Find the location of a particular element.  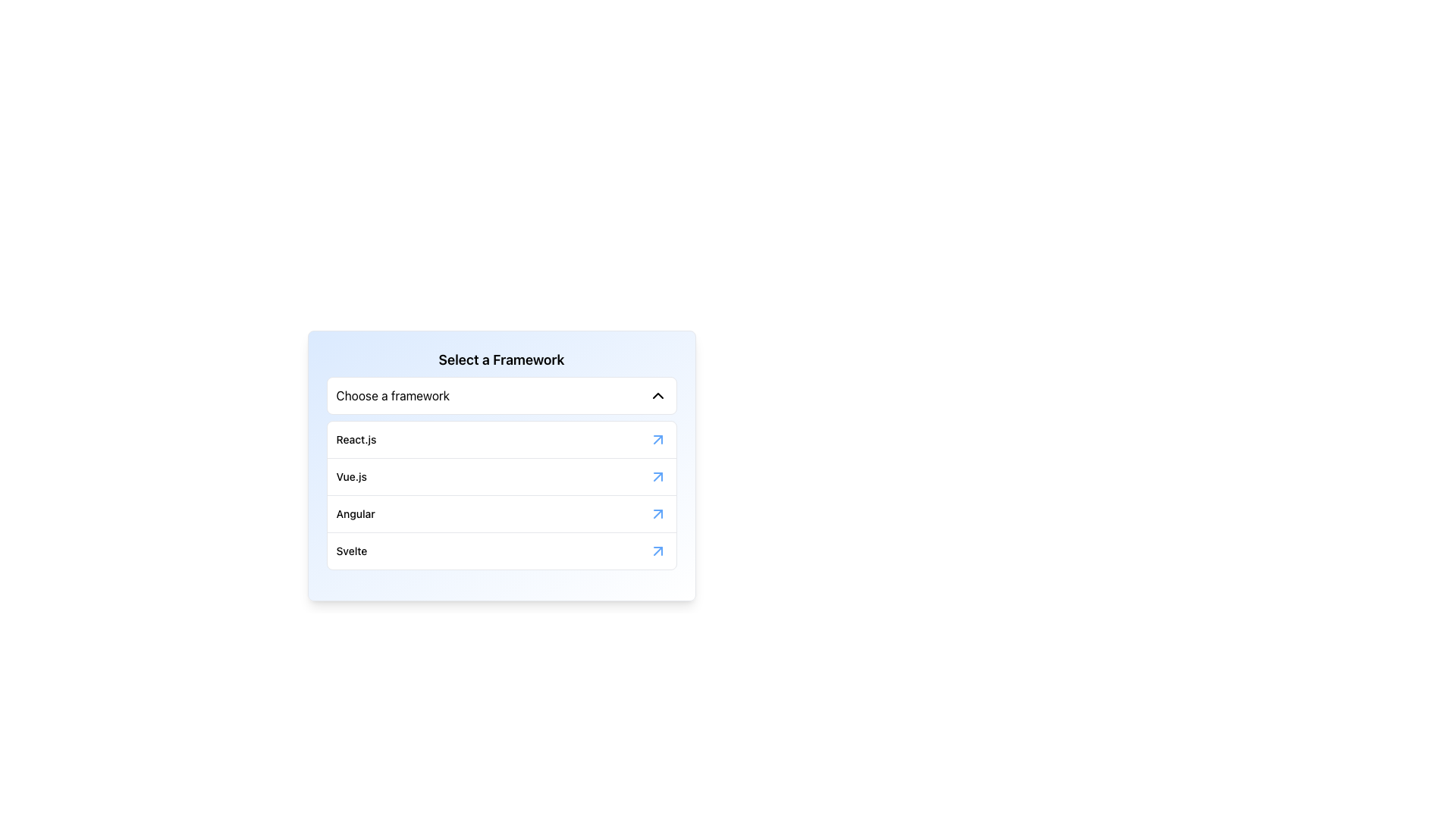

the 'Svelte' option in the selectable list within the dropdown menu labeled 'Select a Framework' is located at coordinates (501, 551).